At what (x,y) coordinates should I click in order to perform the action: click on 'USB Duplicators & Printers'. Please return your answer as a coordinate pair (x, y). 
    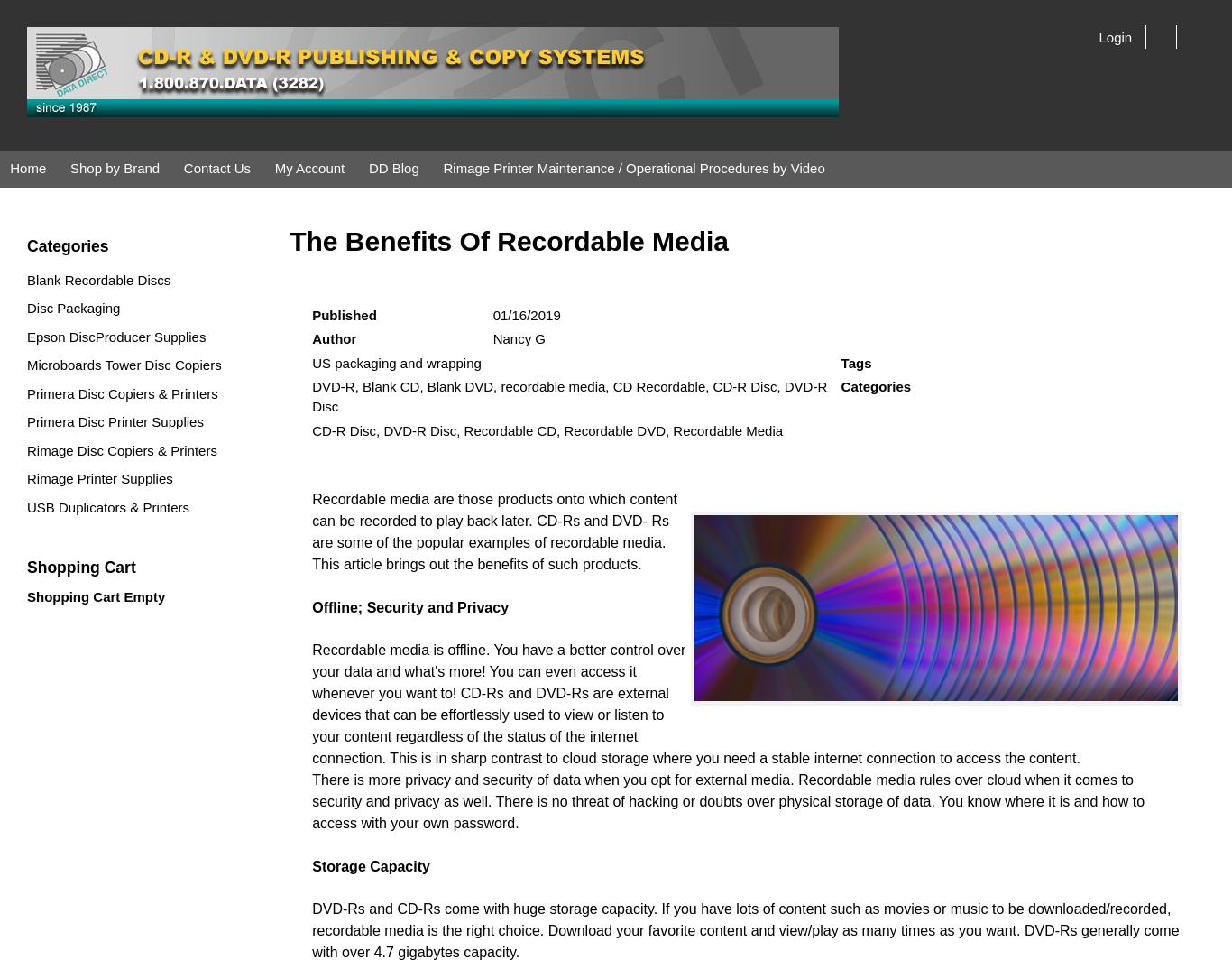
    Looking at the image, I should click on (106, 506).